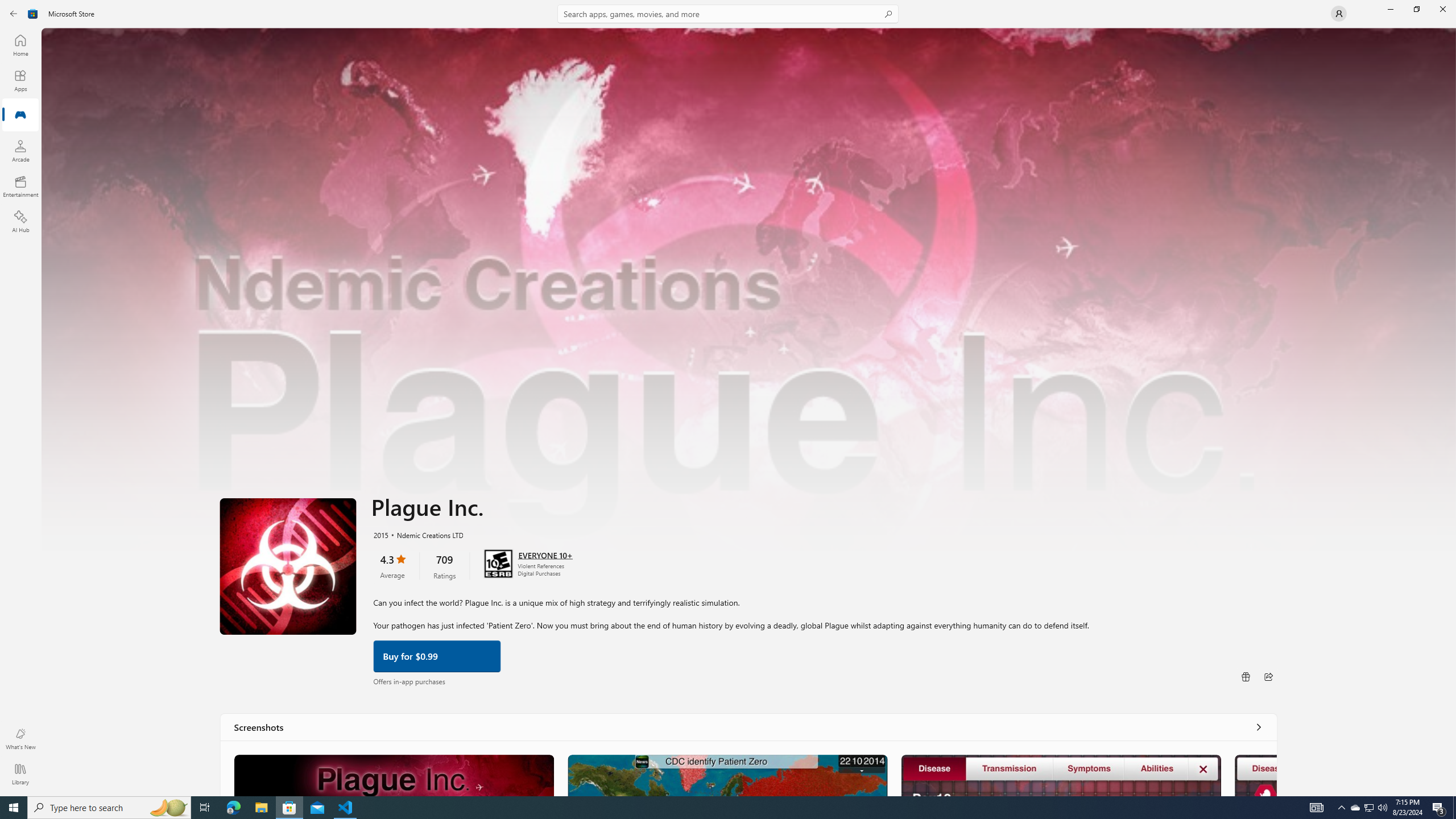 The image size is (1456, 819). I want to click on 'Buy as gift', so click(1245, 676).